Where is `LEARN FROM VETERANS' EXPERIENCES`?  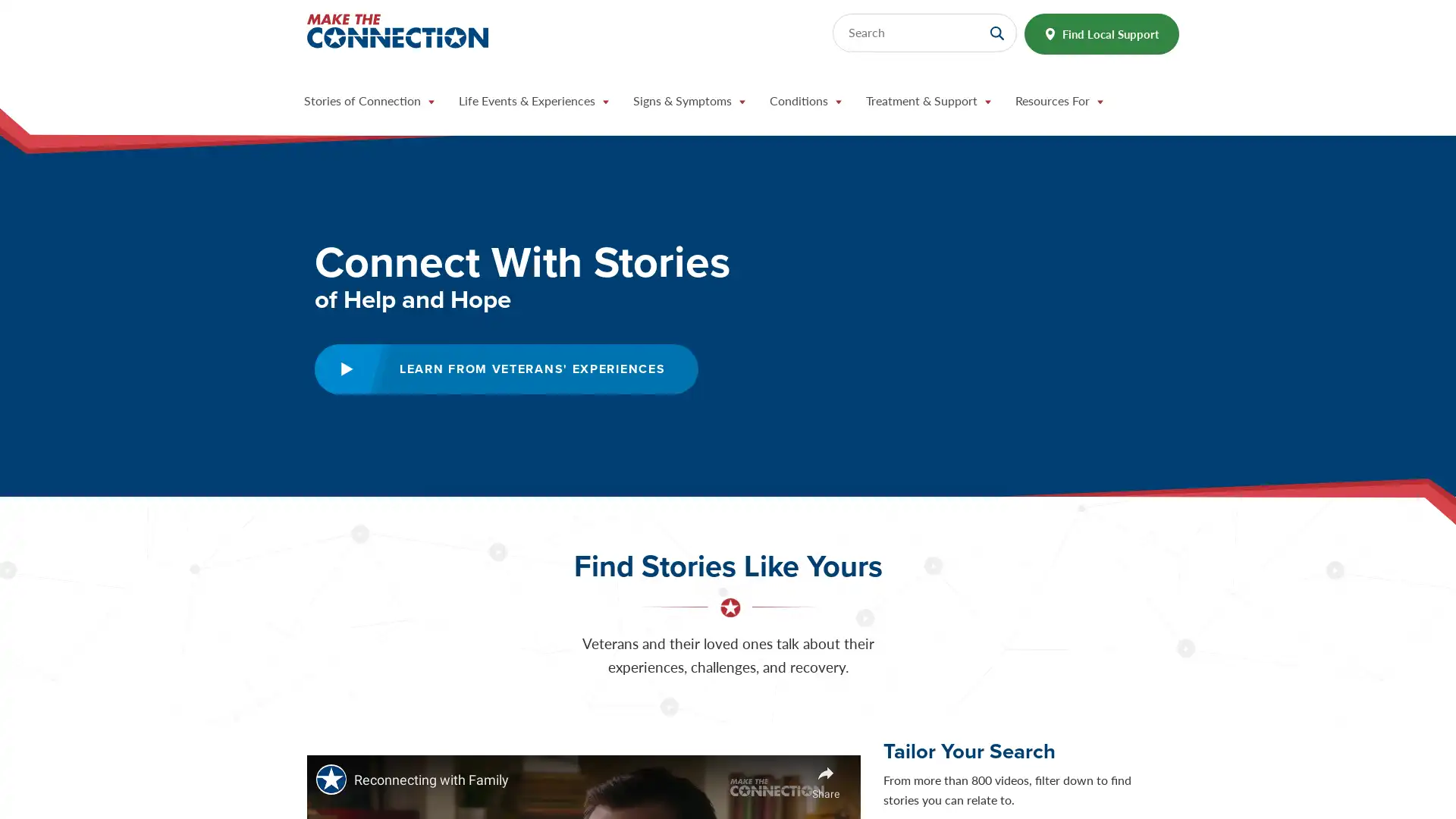 LEARN FROM VETERANS' EXPERIENCES is located at coordinates (506, 369).